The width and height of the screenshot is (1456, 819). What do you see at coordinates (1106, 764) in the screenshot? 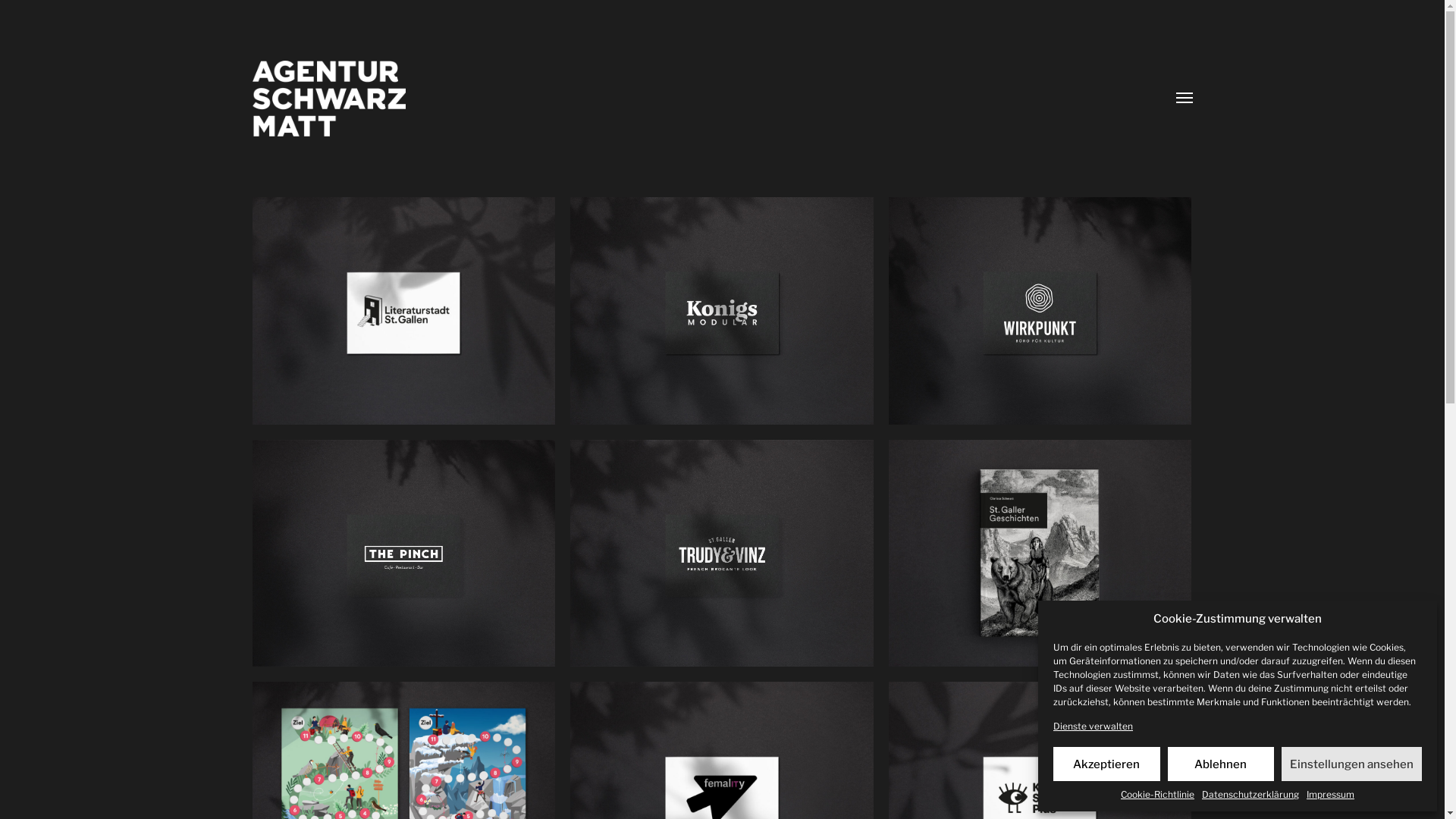
I see `'Akzeptieren'` at bounding box center [1106, 764].